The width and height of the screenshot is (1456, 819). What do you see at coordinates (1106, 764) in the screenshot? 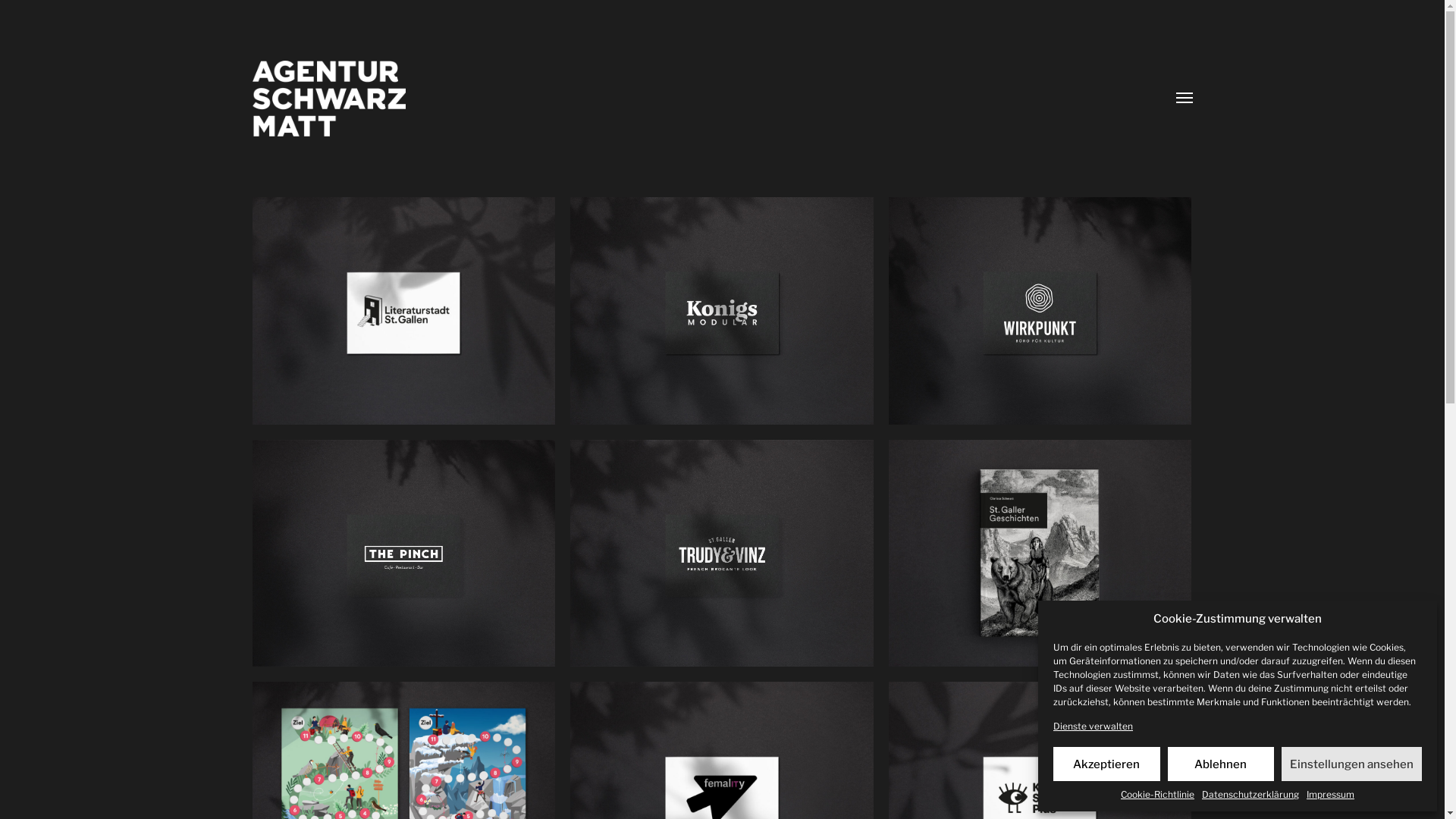
I see `'Akzeptieren'` at bounding box center [1106, 764].